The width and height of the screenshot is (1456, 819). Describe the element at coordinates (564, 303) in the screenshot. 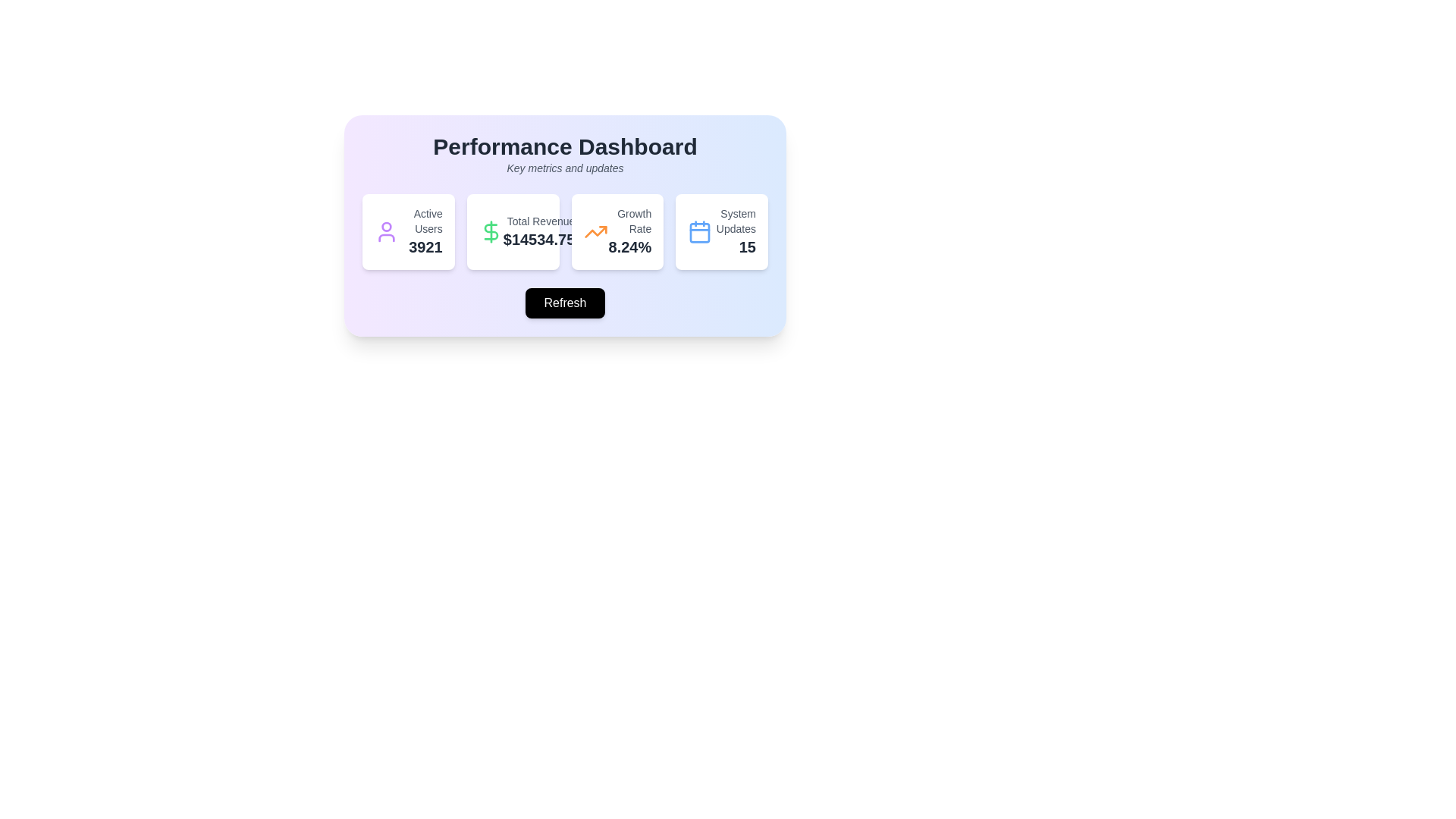

I see `the refresh button located at the bottom-center of the performance dashboard section to refresh the displayed dashboard data` at that location.